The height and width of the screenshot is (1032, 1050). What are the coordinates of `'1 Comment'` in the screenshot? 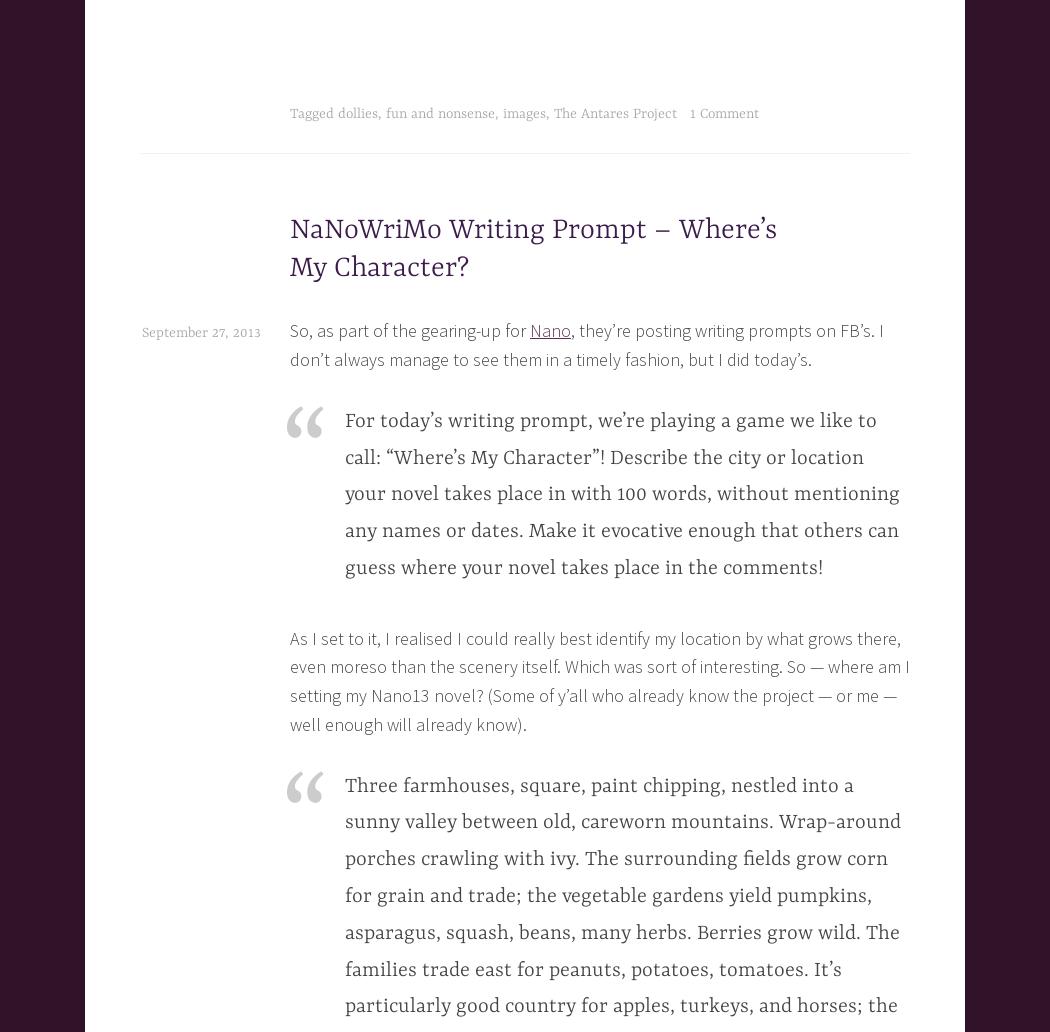 It's located at (722, 114).